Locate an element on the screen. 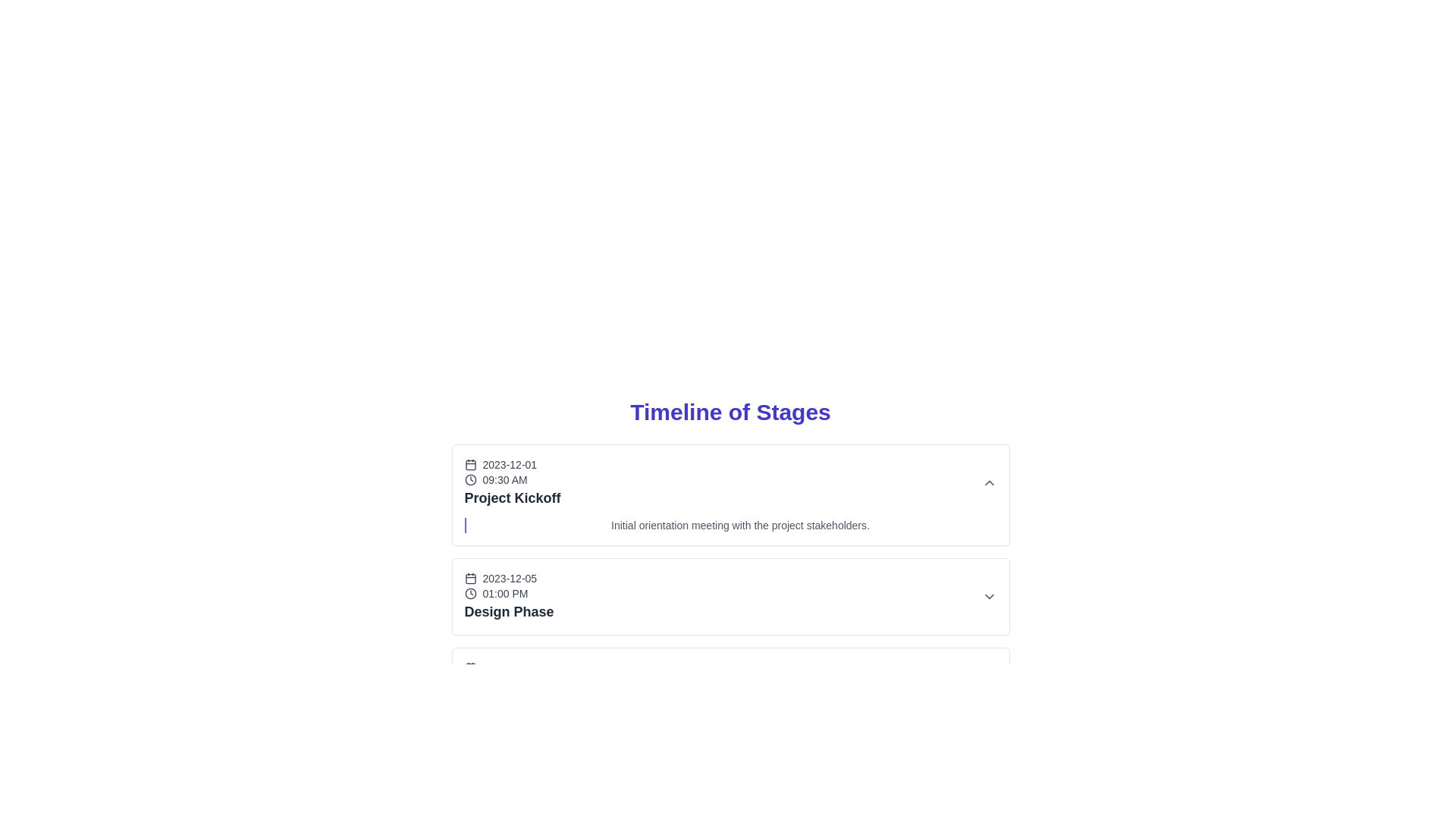 The image size is (1456, 819). the text display showing '01:00 PM' with an associated clock icon, located beneath the date '2023-12-05' in the 'Design Phase' section of the timeline layout is located at coordinates (509, 593).